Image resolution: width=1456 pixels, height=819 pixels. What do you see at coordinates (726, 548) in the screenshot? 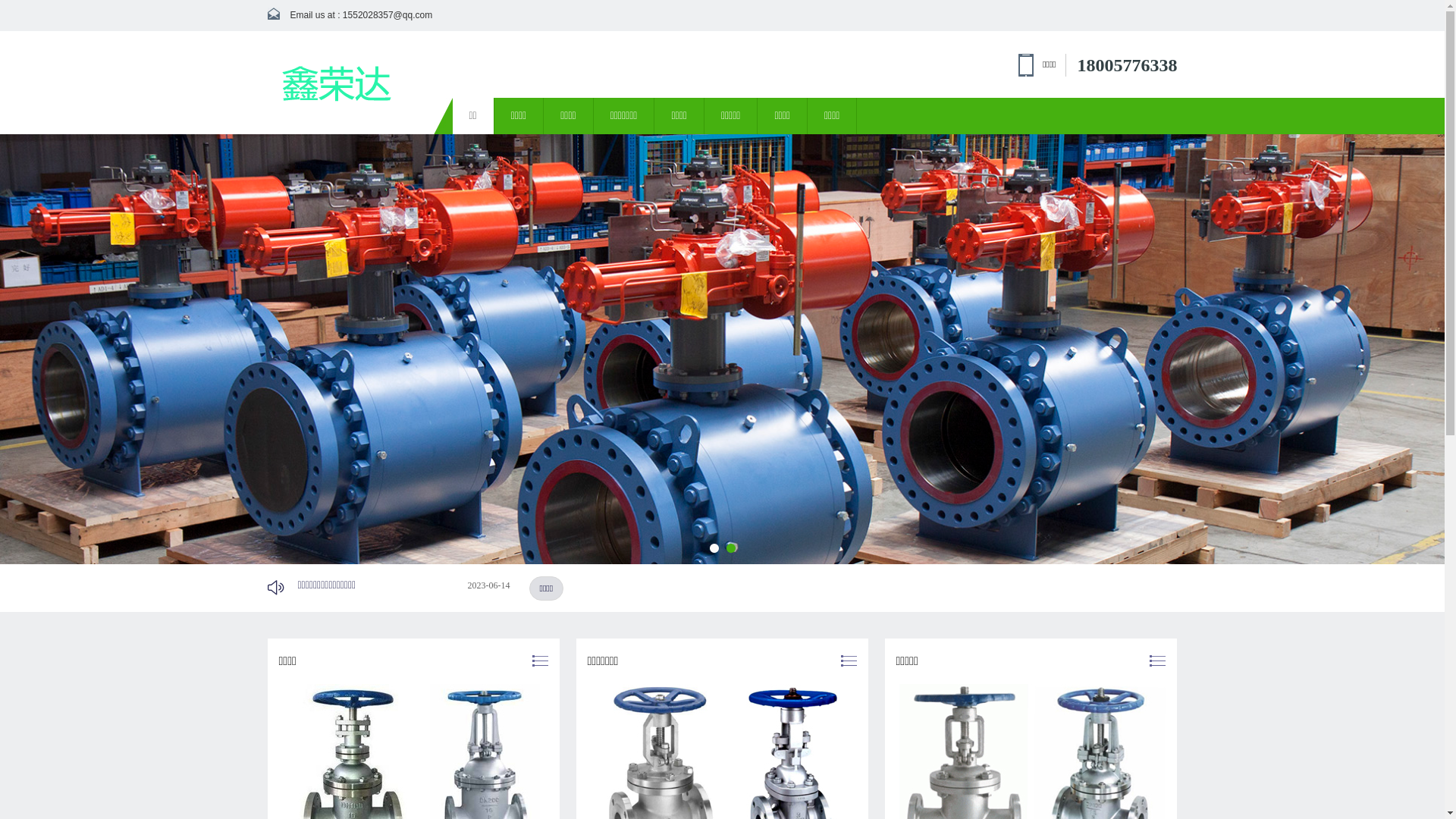
I see `'2'` at bounding box center [726, 548].